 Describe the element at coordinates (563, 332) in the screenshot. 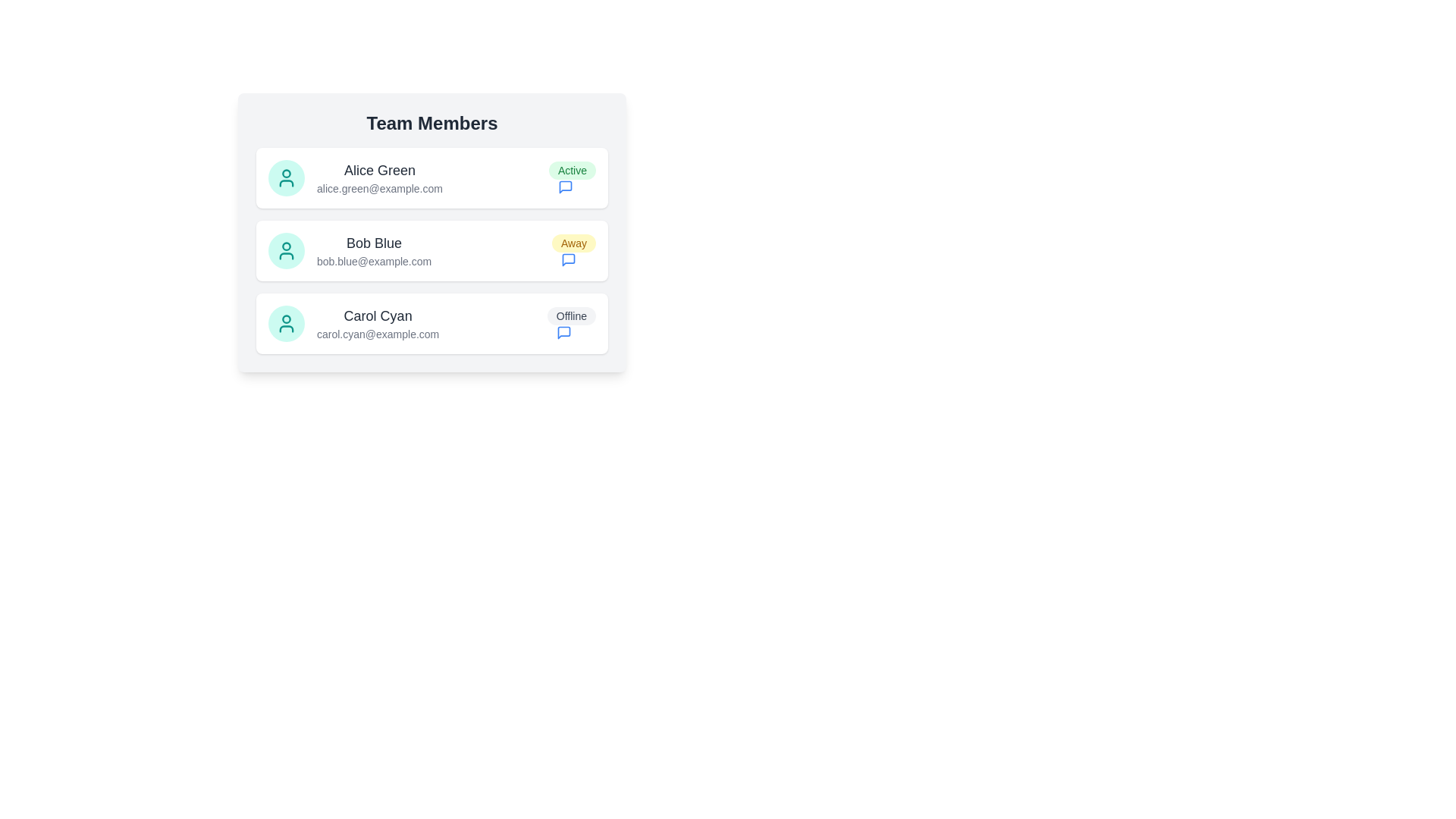

I see `the speech bubble icon button, which symbolizes messaging functionality and is styled in blue, located near the 'Offline' label` at that location.